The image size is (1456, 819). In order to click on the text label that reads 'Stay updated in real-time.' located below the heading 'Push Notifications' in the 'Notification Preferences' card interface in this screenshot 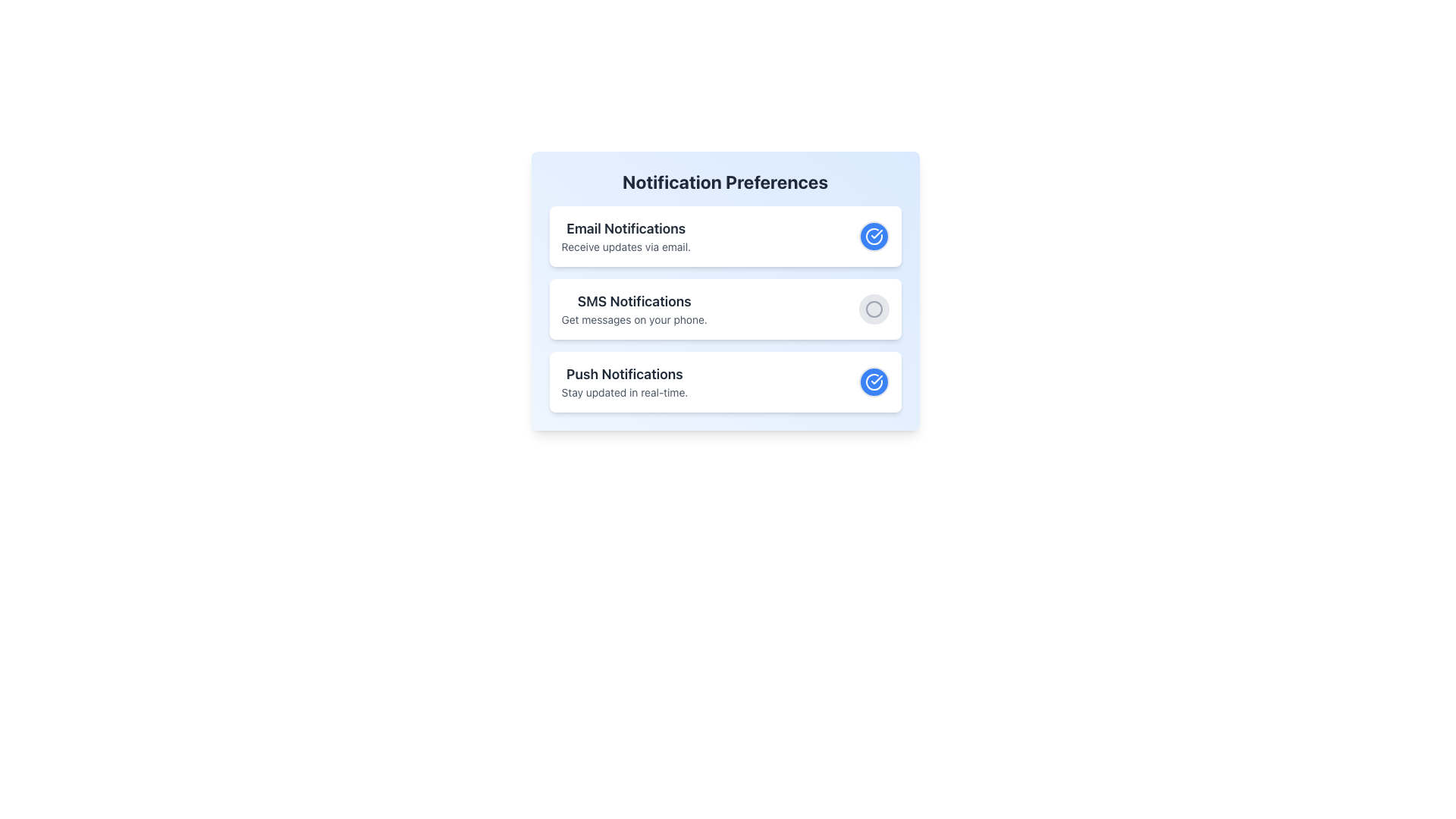, I will do `click(624, 391)`.